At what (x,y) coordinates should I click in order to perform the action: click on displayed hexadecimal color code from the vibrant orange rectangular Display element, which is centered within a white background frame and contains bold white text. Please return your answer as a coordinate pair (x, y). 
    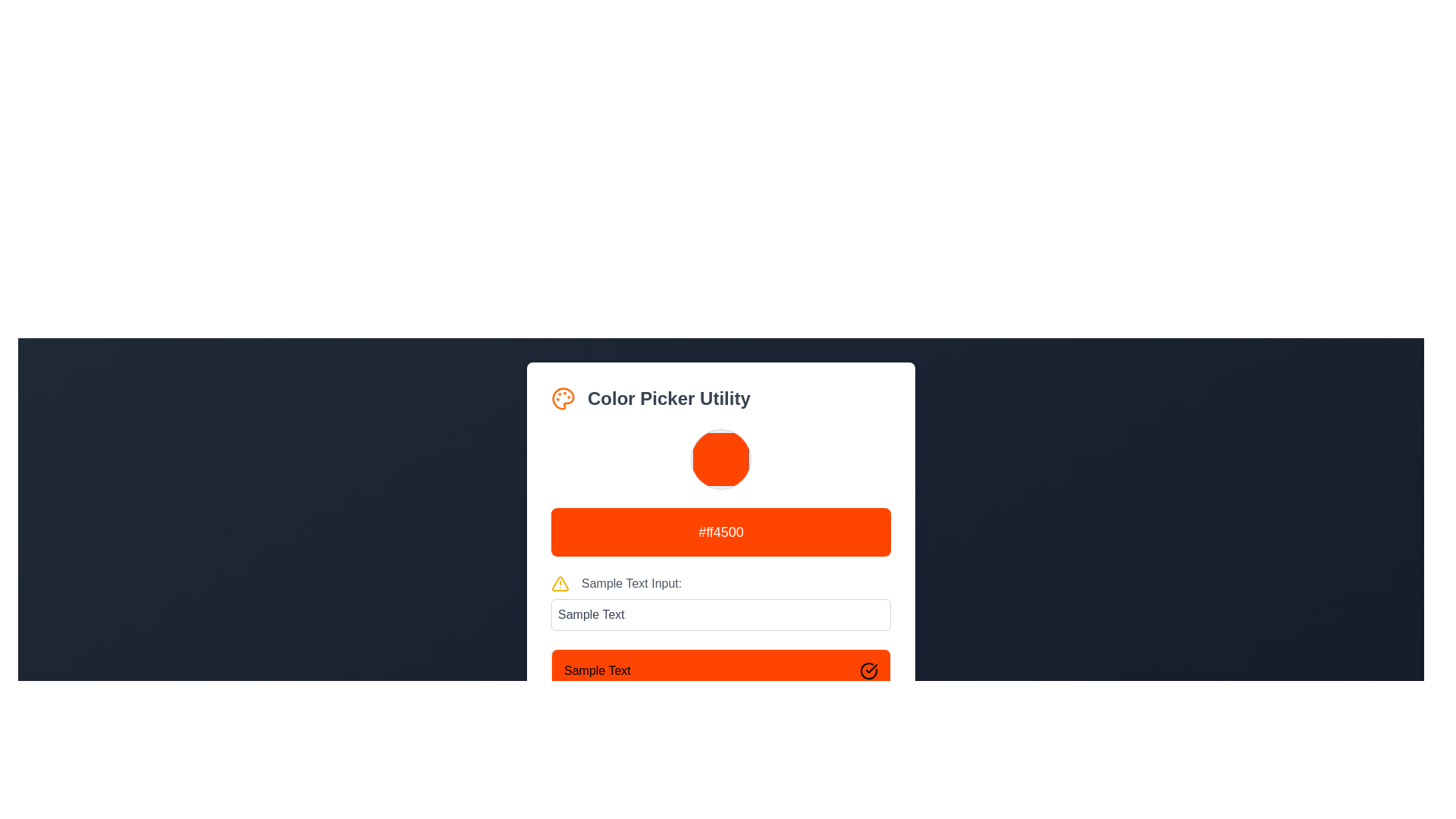
    Looking at the image, I should click on (720, 539).